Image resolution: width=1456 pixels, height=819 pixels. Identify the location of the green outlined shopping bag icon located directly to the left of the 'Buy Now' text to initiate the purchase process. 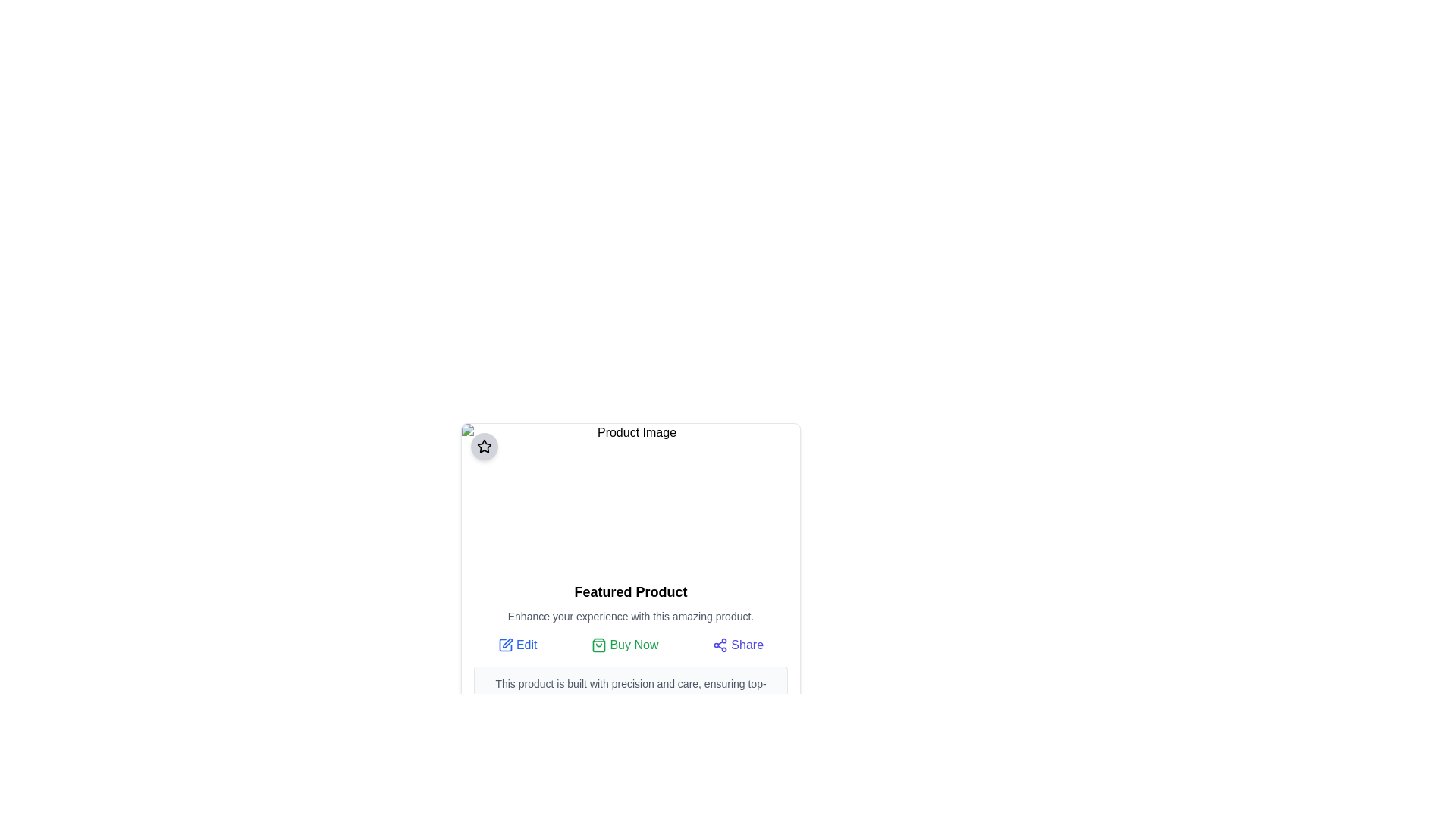
(598, 645).